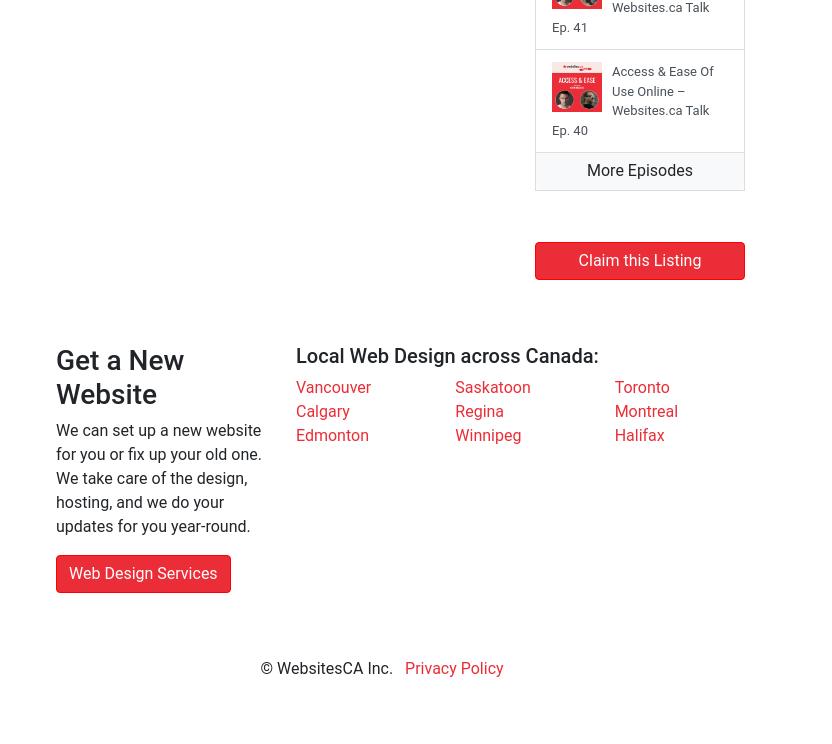 The height and width of the screenshot is (744, 832). Describe the element at coordinates (404, 667) in the screenshot. I see `'Privacy Policy'` at that location.